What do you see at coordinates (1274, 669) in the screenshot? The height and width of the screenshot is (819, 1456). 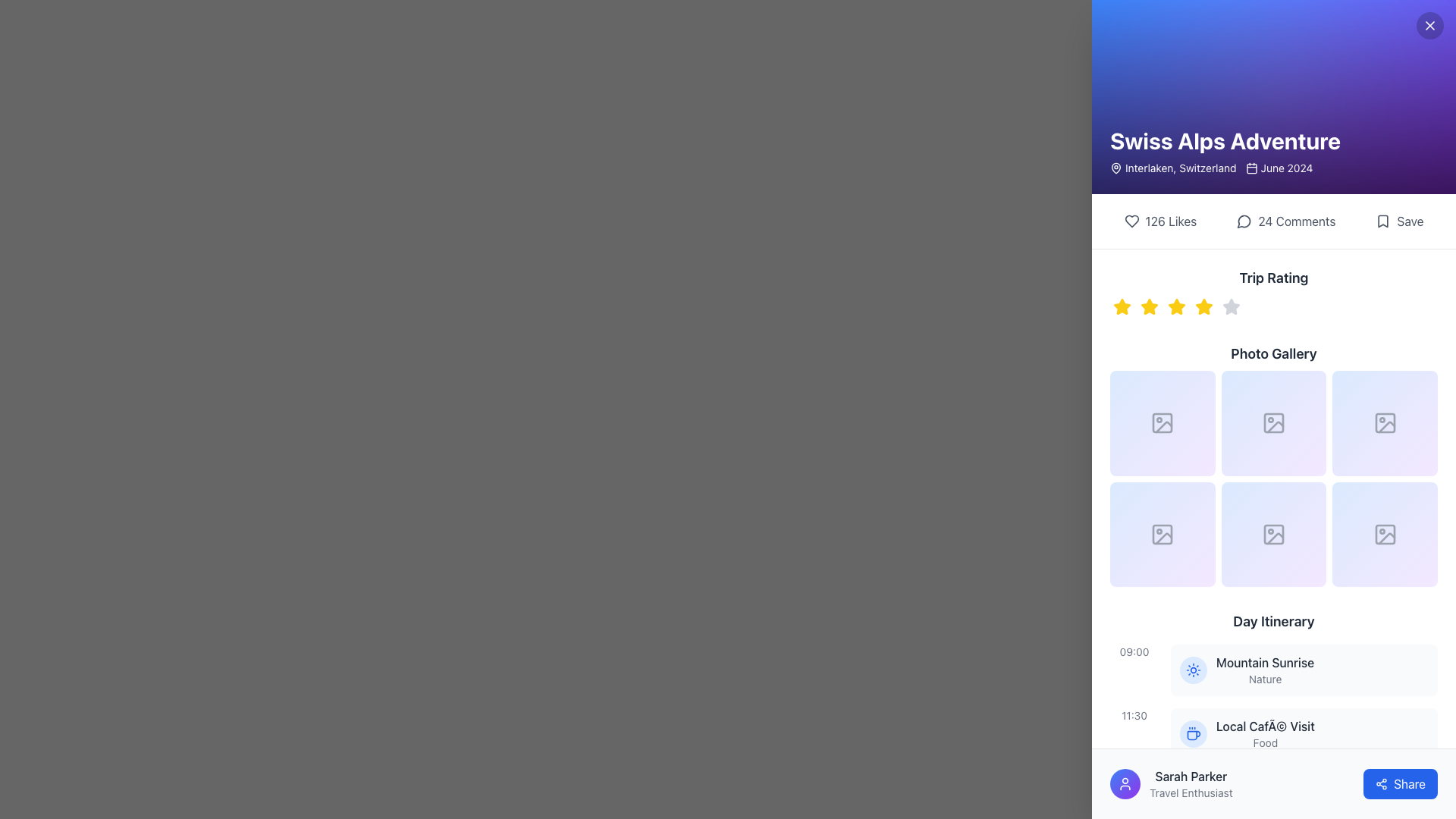 I see `the first activity entry in the Day Itinerary section` at bounding box center [1274, 669].